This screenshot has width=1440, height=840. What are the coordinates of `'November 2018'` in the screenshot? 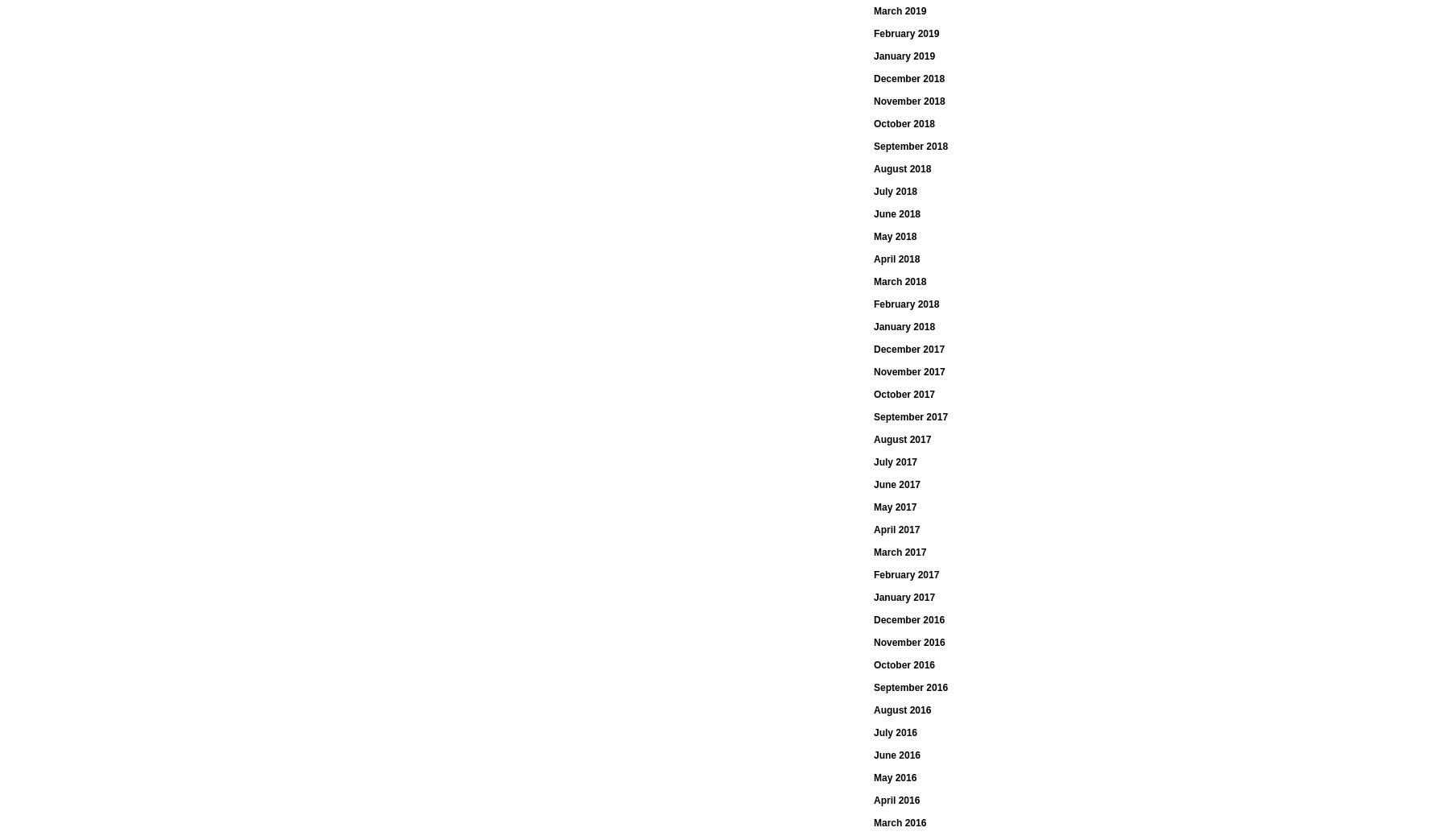 It's located at (908, 101).